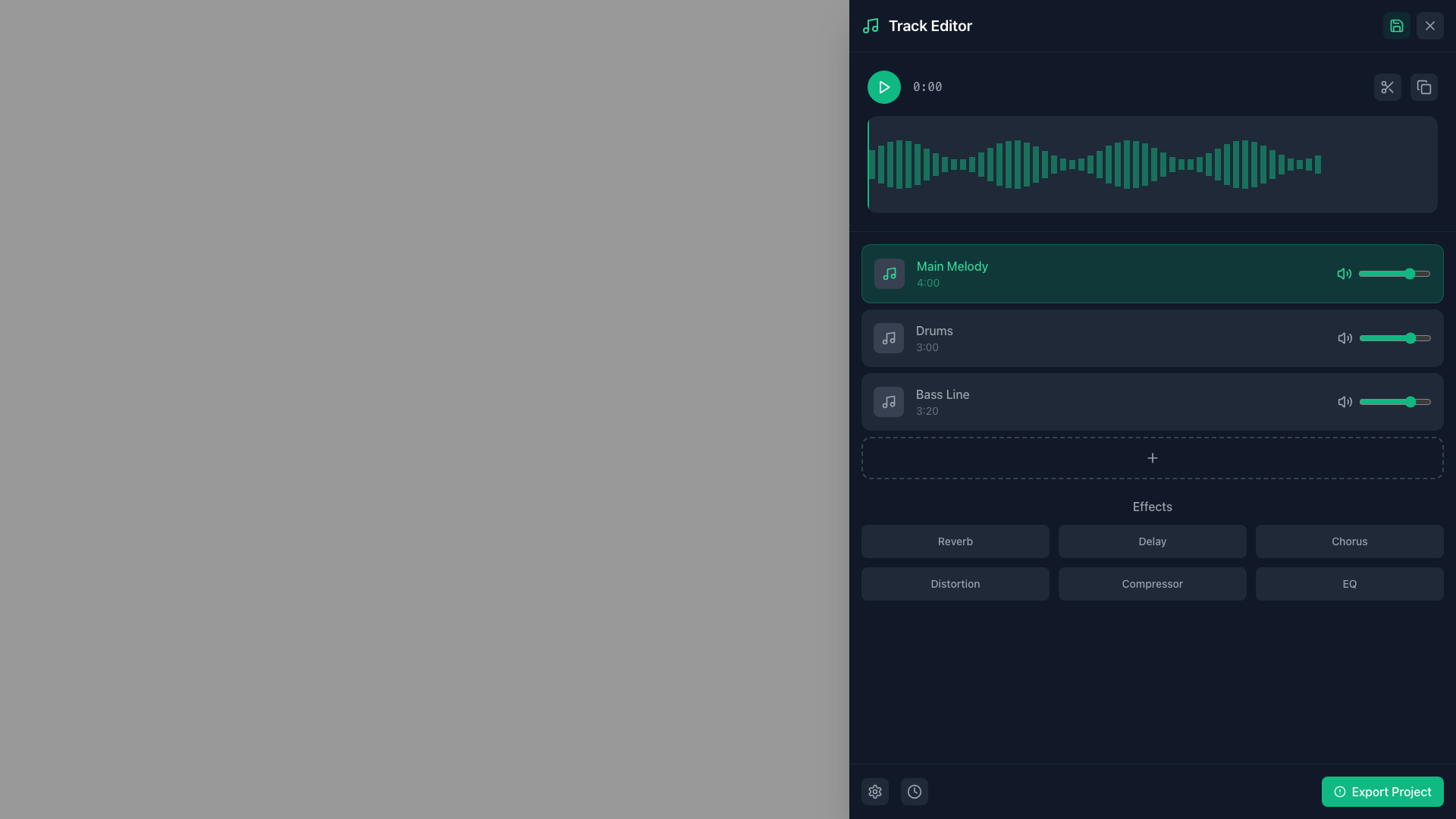 Image resolution: width=1456 pixels, height=819 pixels. I want to click on the volume slider, so click(1413, 274).